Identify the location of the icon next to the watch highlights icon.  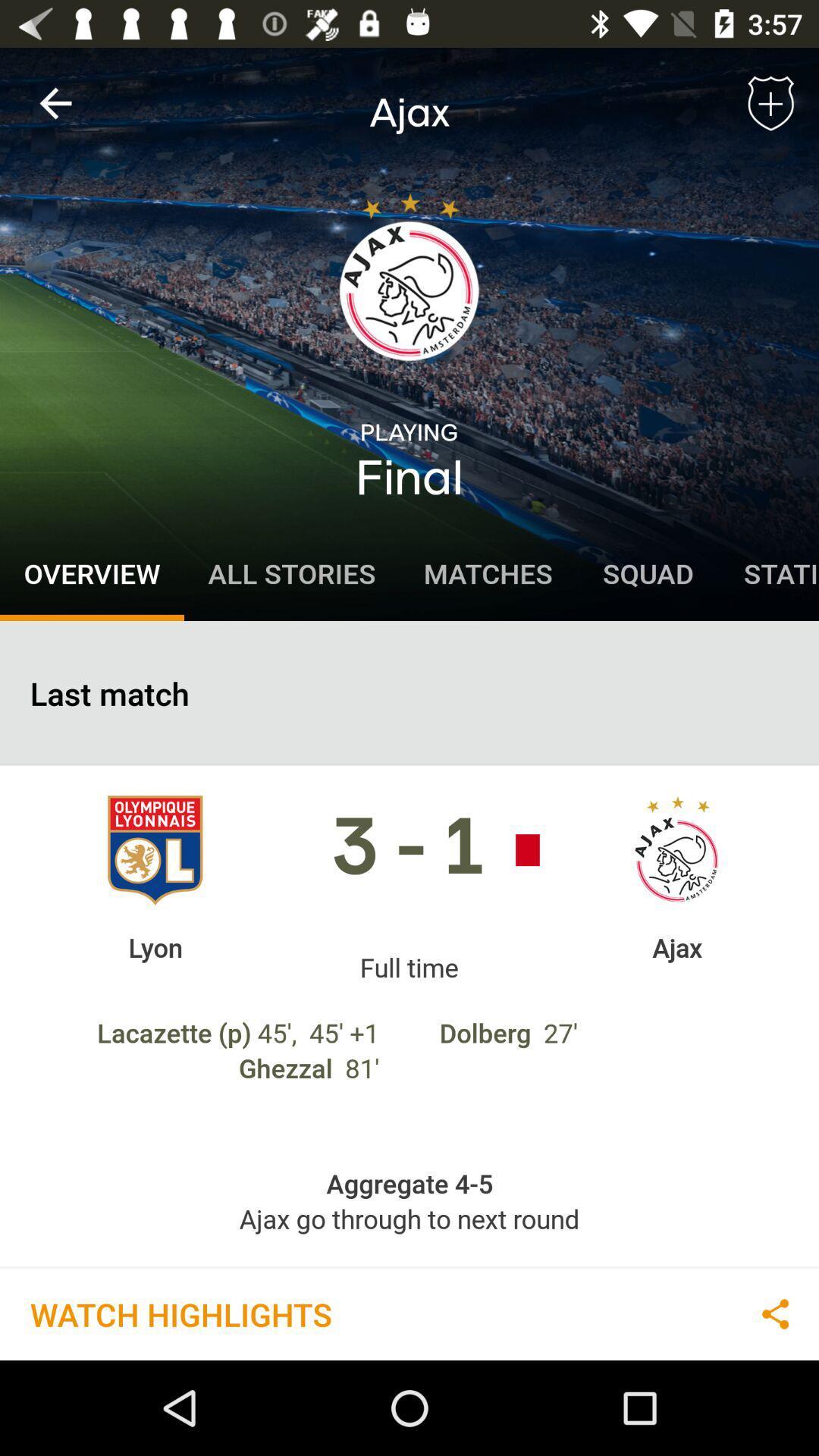
(775, 1313).